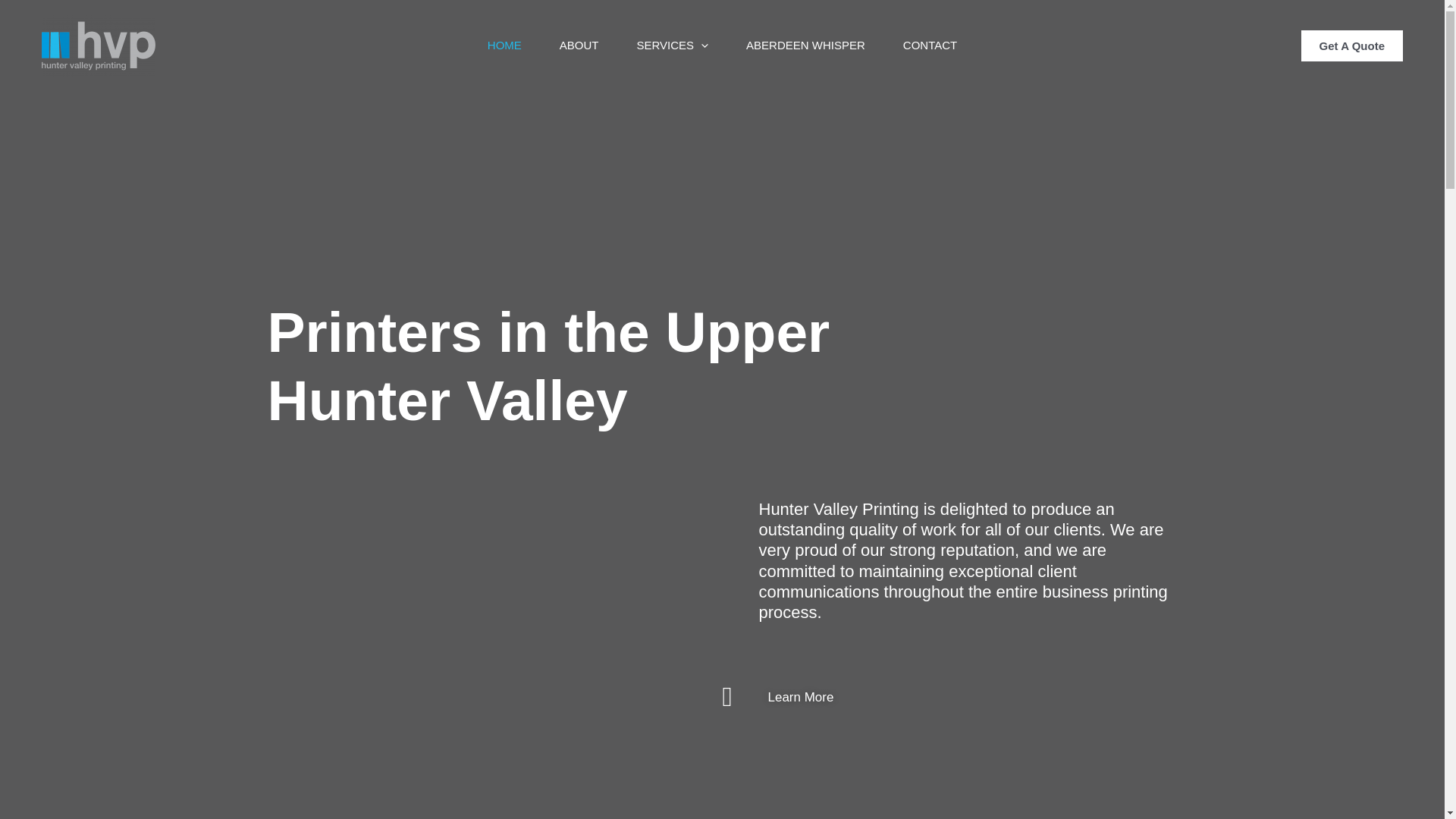 This screenshot has width=1456, height=819. I want to click on 'ABOUT', so click(541, 45).